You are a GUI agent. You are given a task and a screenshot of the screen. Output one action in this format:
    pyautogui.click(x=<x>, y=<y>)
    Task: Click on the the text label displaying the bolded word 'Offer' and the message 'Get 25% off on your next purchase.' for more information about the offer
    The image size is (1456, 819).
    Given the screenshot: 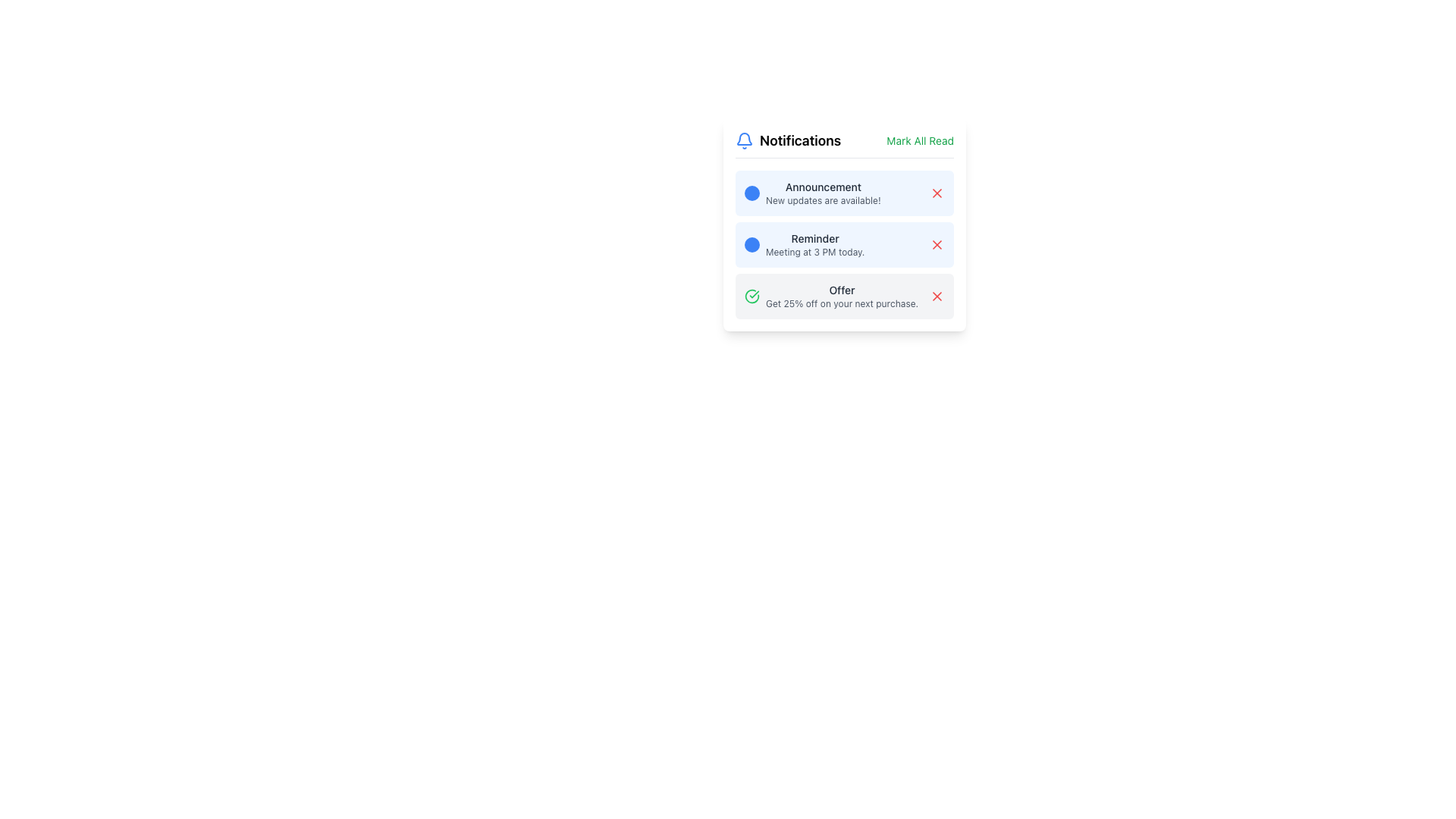 What is the action you would take?
    pyautogui.click(x=841, y=296)
    